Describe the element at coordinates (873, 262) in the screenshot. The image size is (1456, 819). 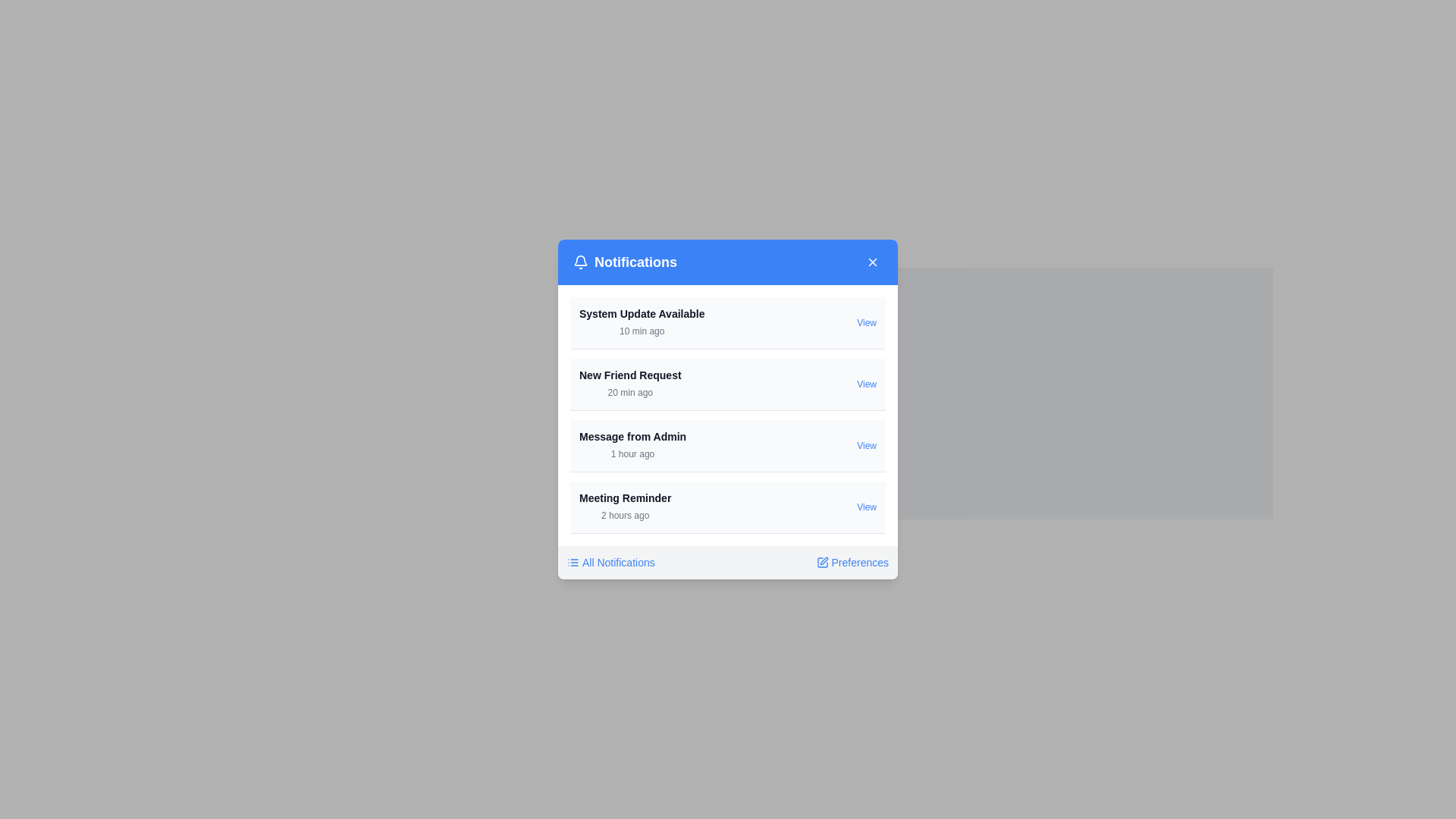
I see `the close action icon button, which is a small cross-shaped icon located in the top-right corner of the notifications panel` at that location.